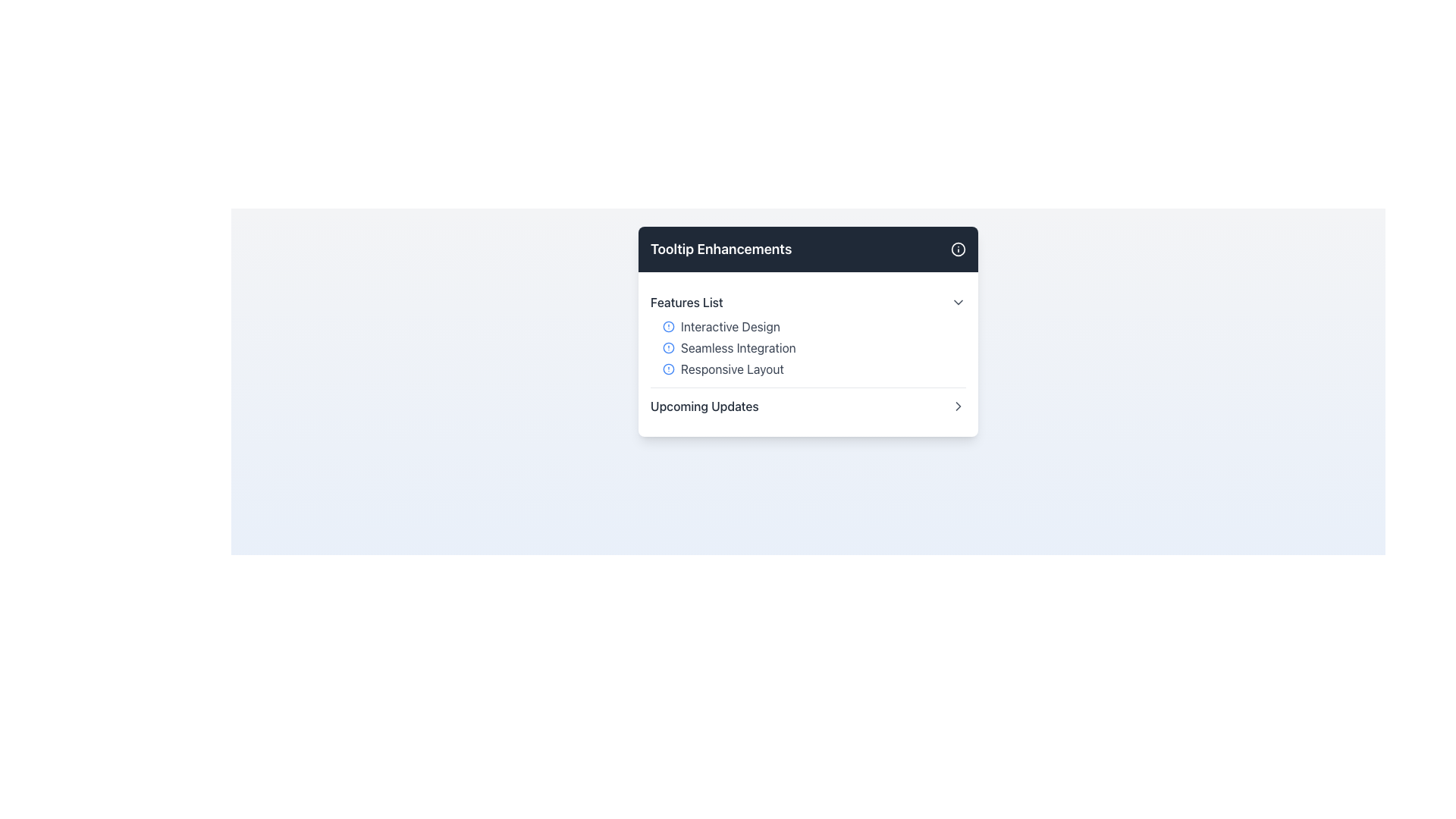 This screenshot has height=819, width=1456. What do you see at coordinates (704, 406) in the screenshot?
I see `the text label near the bottom of the dropdown panel` at bounding box center [704, 406].